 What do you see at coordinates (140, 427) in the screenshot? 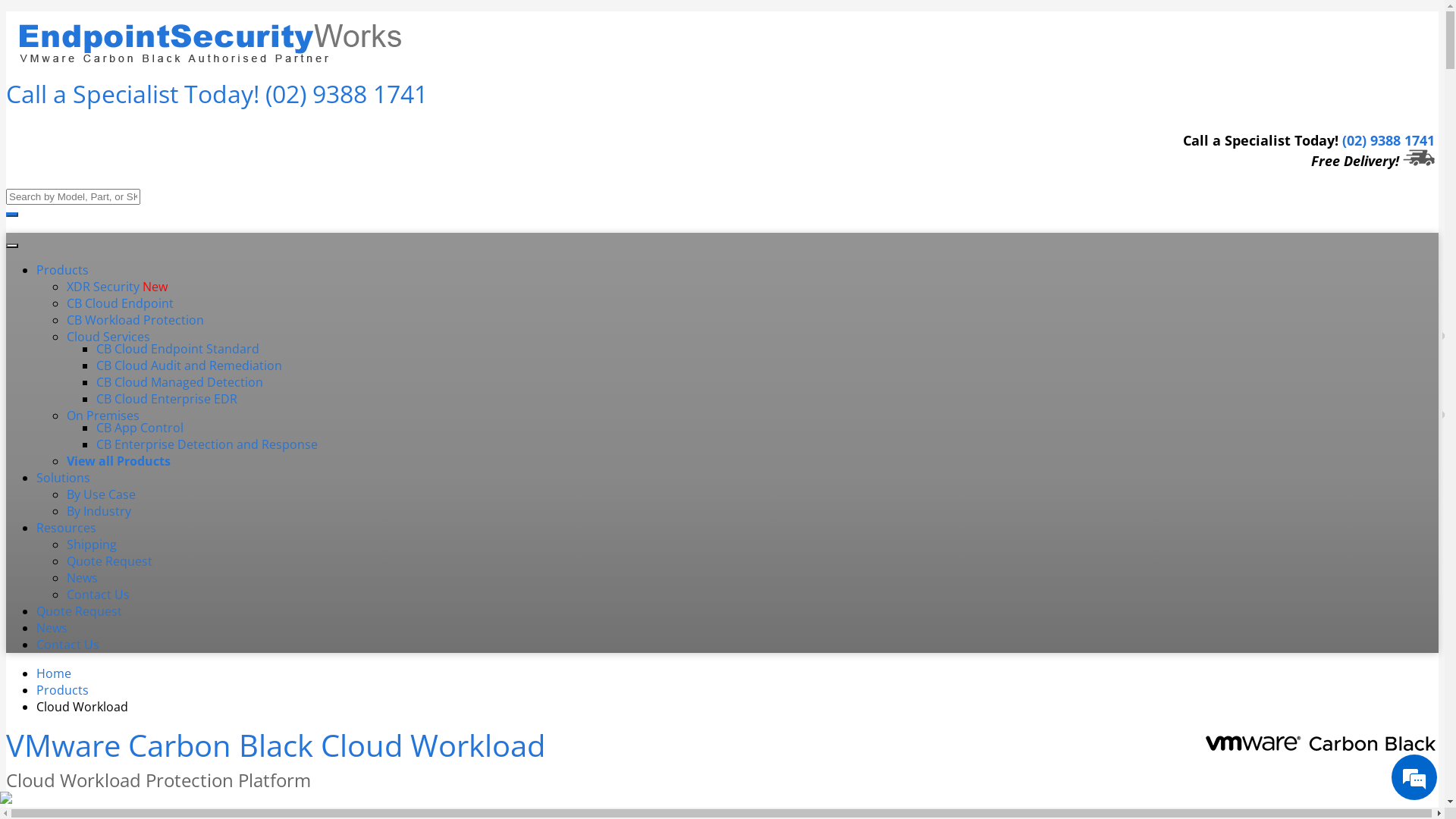
I see `'CB App Control'` at bounding box center [140, 427].